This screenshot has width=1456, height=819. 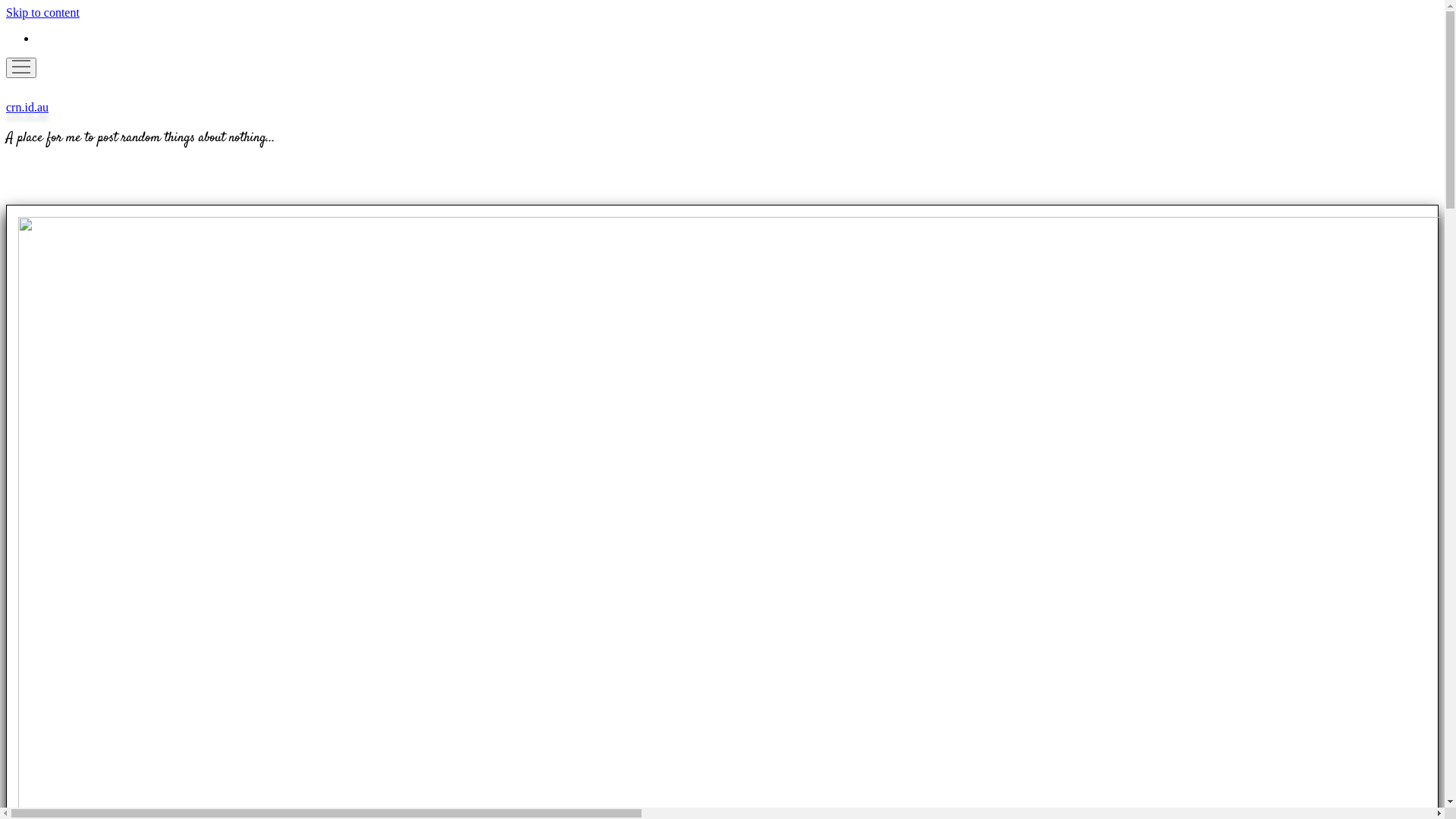 I want to click on 'open menu', so click(x=6, y=67).